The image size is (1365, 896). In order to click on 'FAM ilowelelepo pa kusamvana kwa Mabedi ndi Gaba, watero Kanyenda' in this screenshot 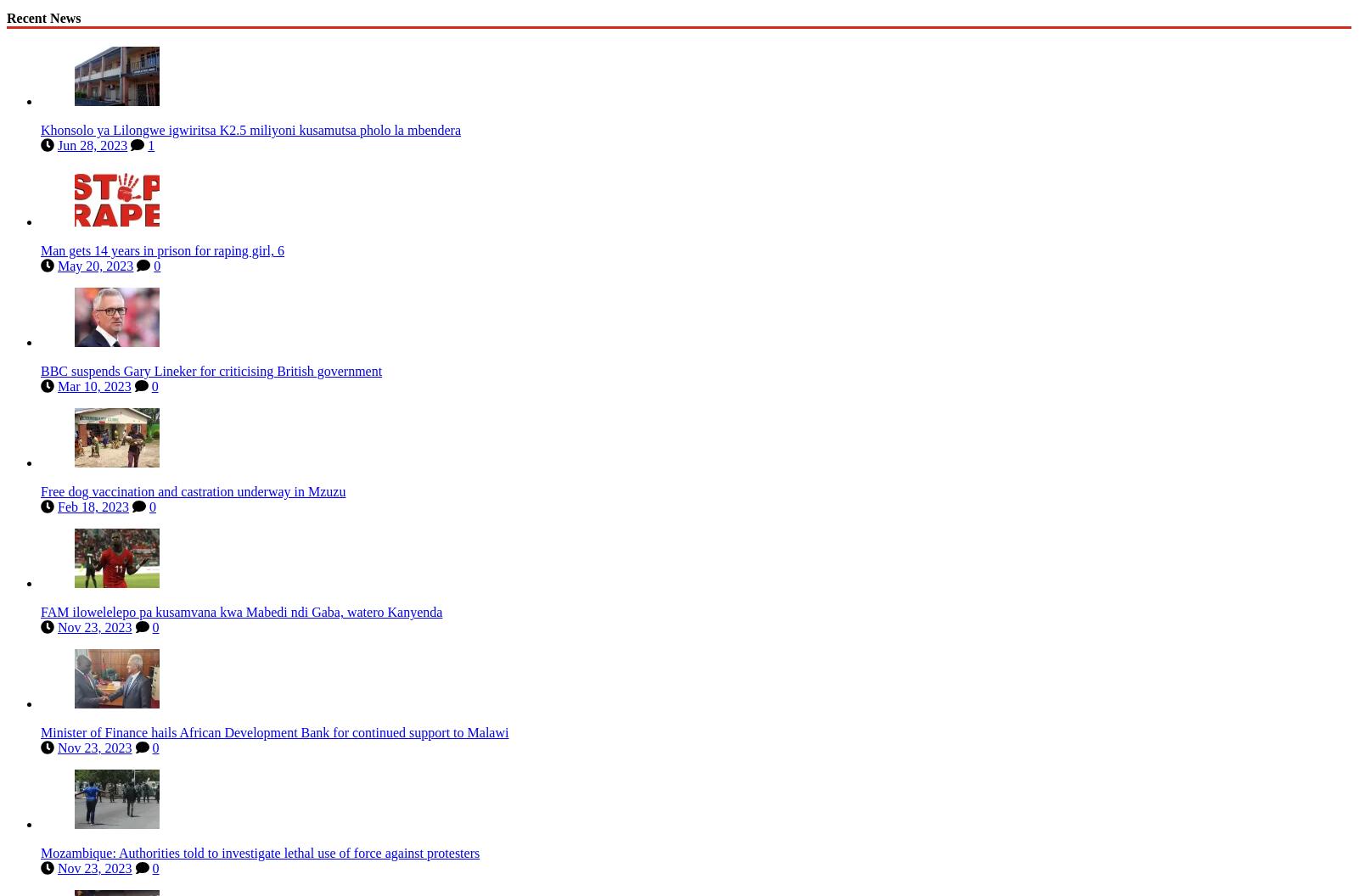, I will do `click(240, 608)`.